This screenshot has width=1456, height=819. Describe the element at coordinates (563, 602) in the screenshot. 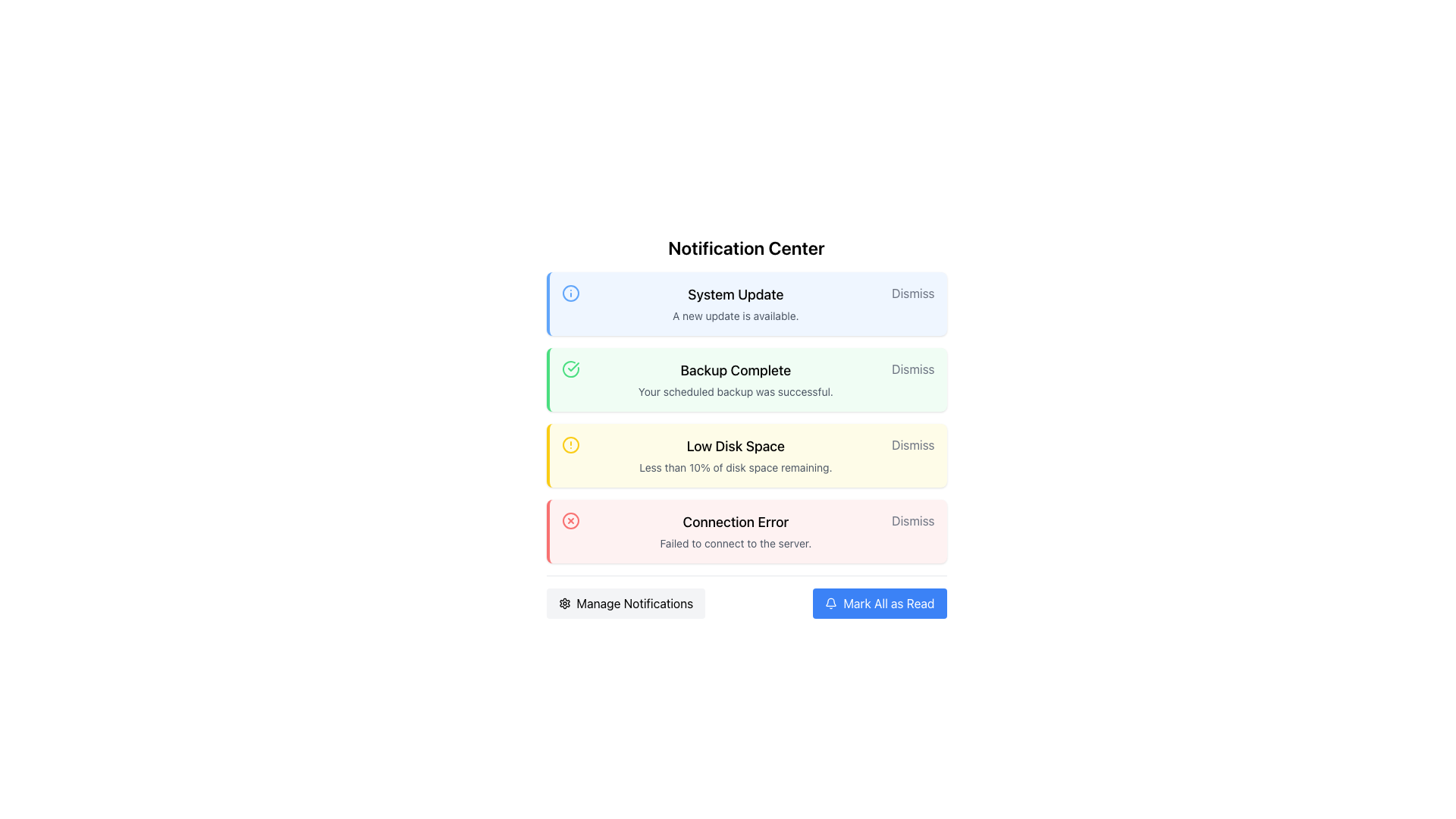

I see `the settings icon for managing notifications, which is the leftmost item within the 'Manage Notifications' button located at the bottom left of the notification interface` at that location.